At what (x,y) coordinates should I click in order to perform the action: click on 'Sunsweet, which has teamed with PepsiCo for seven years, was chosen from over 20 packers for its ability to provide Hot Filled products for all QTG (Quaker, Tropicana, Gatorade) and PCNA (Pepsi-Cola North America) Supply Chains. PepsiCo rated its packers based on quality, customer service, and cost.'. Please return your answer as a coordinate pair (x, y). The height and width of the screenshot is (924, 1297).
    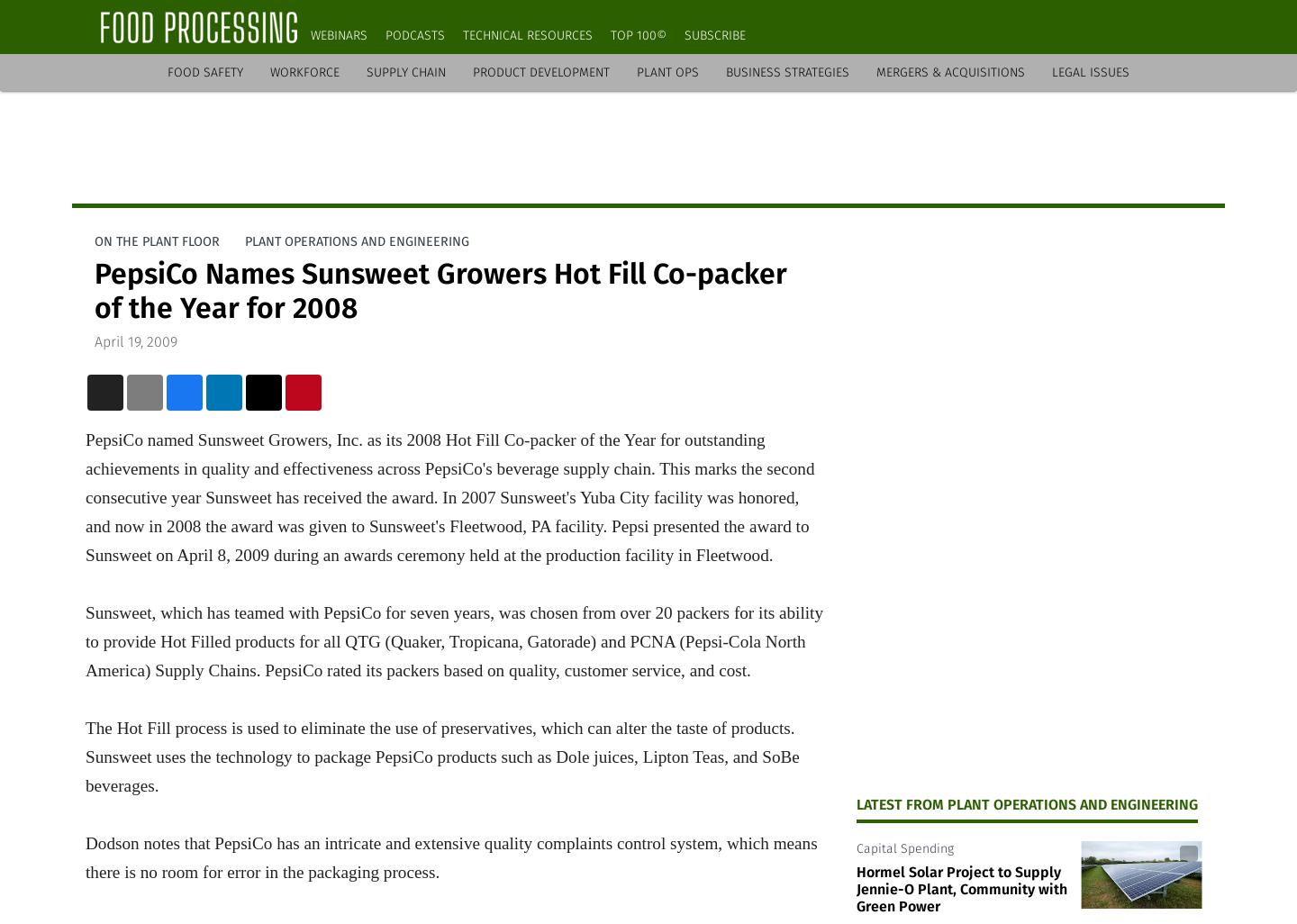
    Looking at the image, I should click on (453, 639).